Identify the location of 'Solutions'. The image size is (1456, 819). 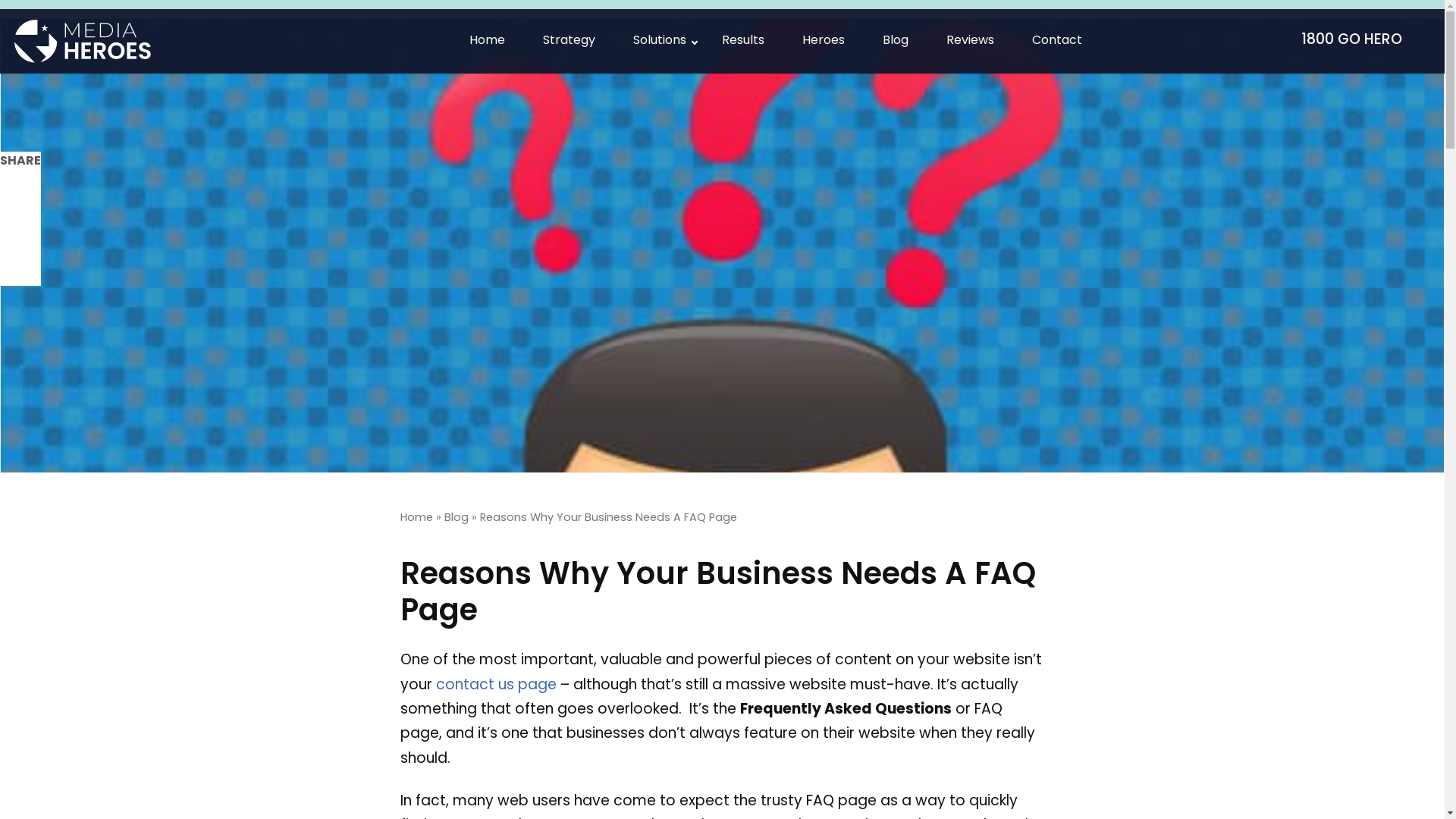
(658, 40).